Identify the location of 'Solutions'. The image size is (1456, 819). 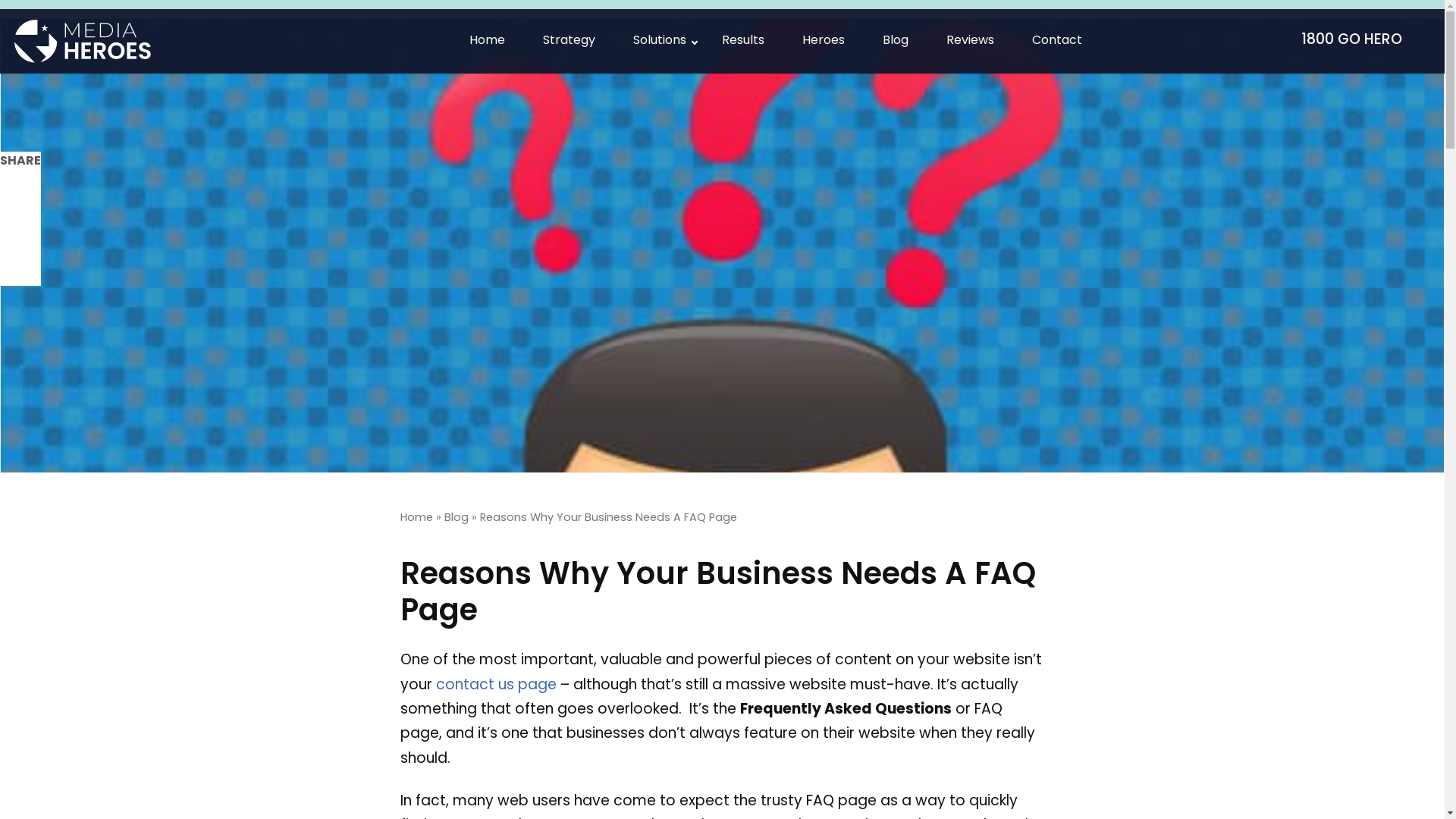
(658, 40).